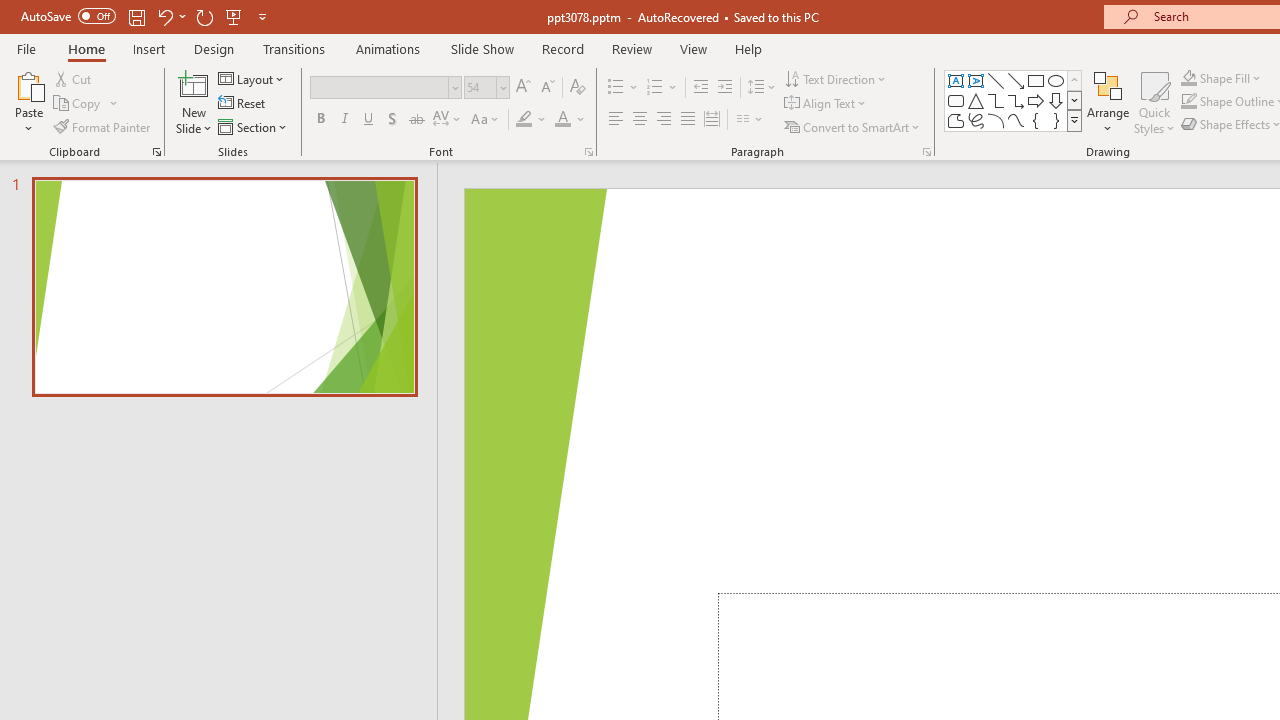 This screenshot has width=1280, height=720. Describe the element at coordinates (388, 48) in the screenshot. I see `'Animations'` at that location.